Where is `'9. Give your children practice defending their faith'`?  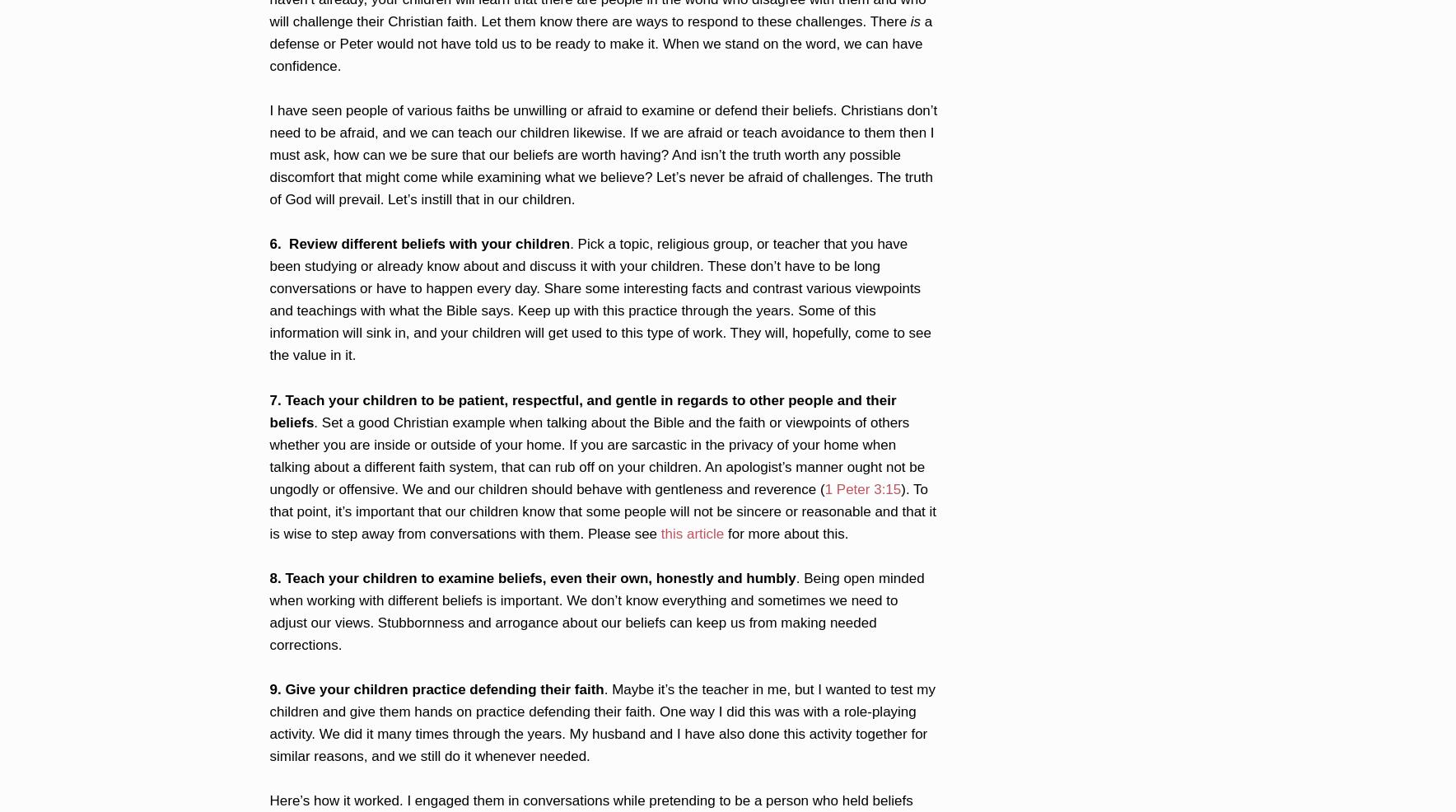
'9. Give your children practice defending their faith' is located at coordinates (436, 688).